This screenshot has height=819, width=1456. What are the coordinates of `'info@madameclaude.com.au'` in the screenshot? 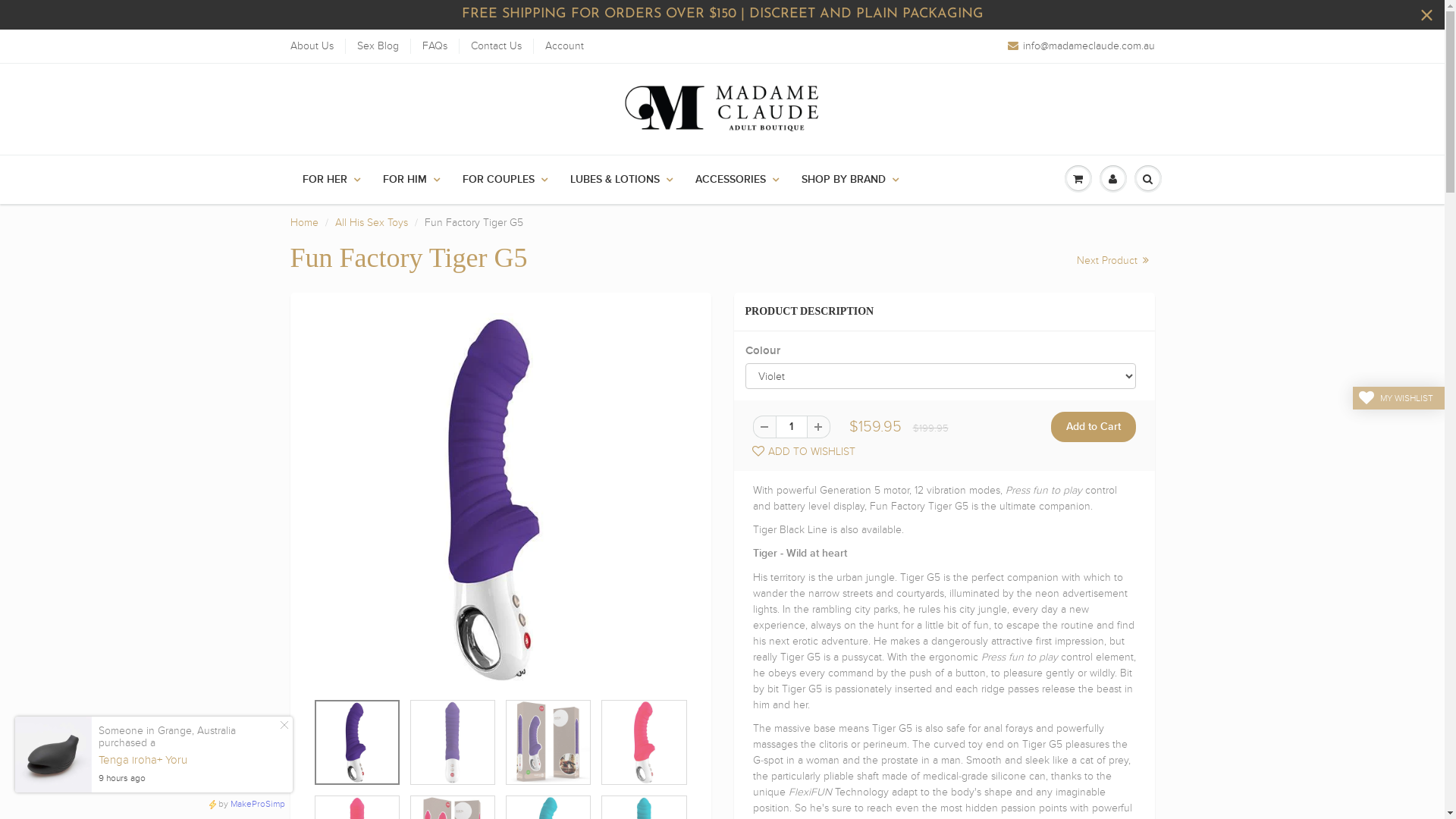 It's located at (1080, 45).